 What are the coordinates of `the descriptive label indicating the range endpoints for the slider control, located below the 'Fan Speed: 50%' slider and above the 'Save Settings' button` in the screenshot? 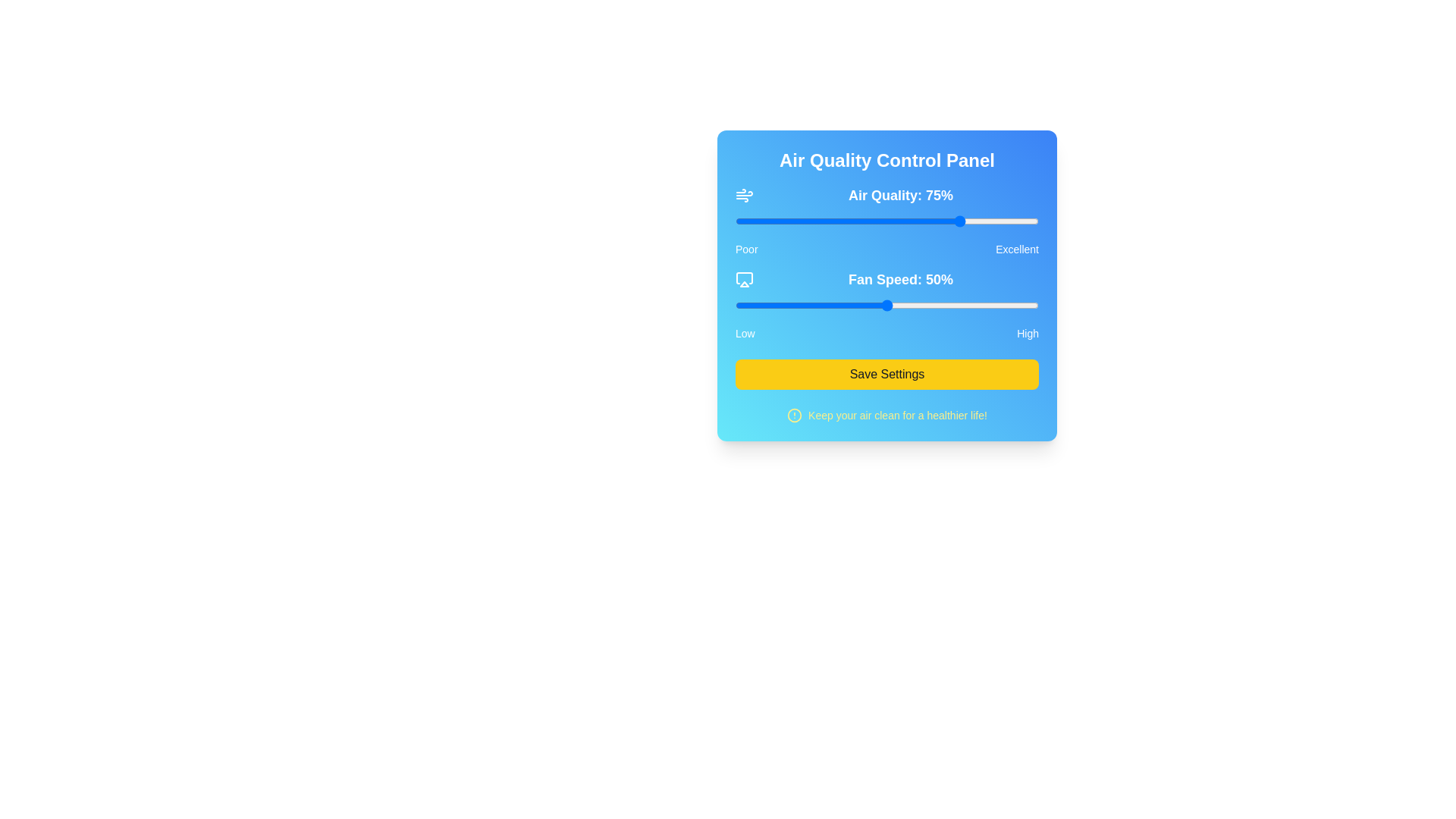 It's located at (887, 332).